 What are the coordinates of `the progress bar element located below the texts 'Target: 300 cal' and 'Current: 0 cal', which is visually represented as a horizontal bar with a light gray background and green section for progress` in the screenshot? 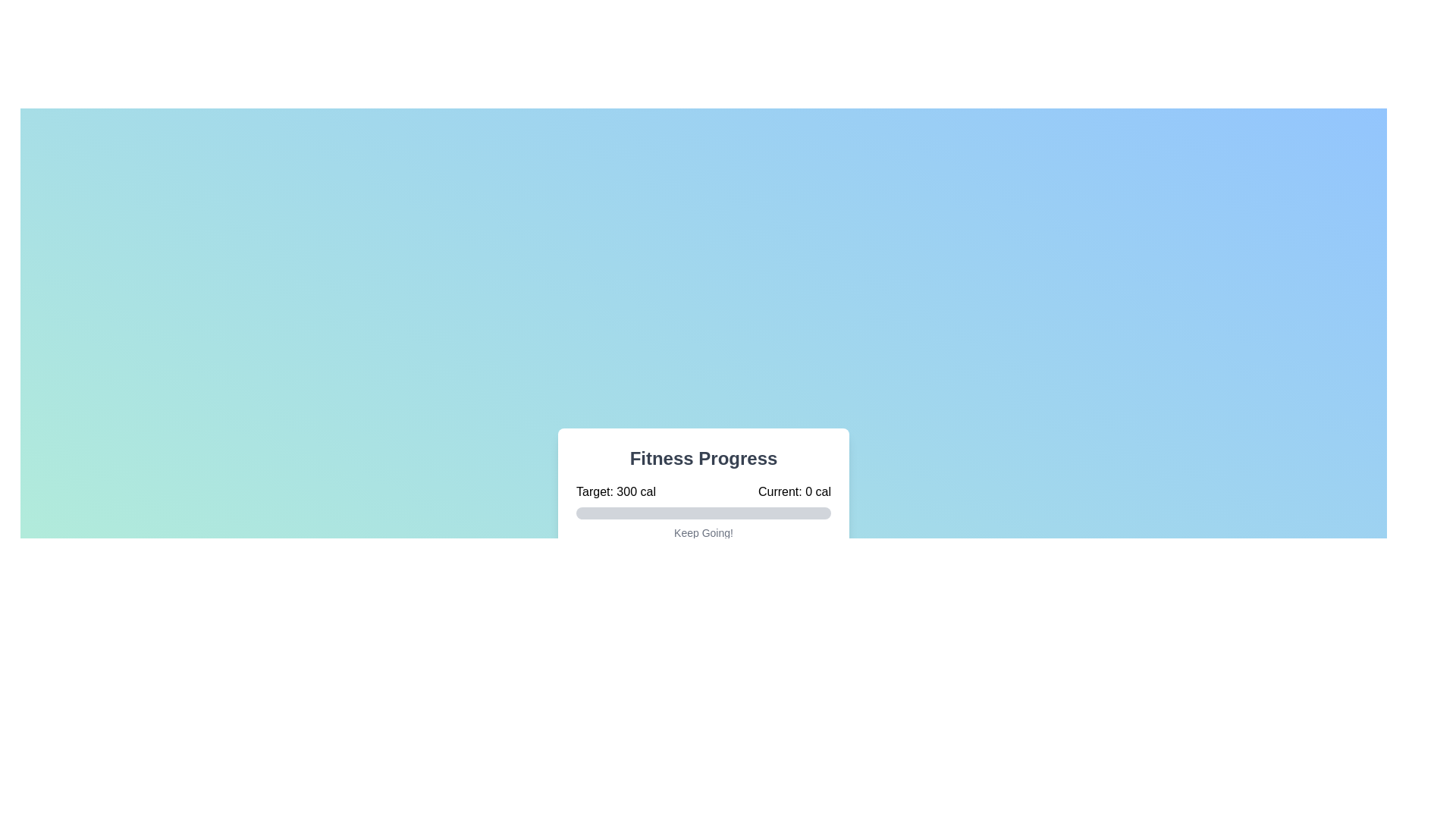 It's located at (702, 513).